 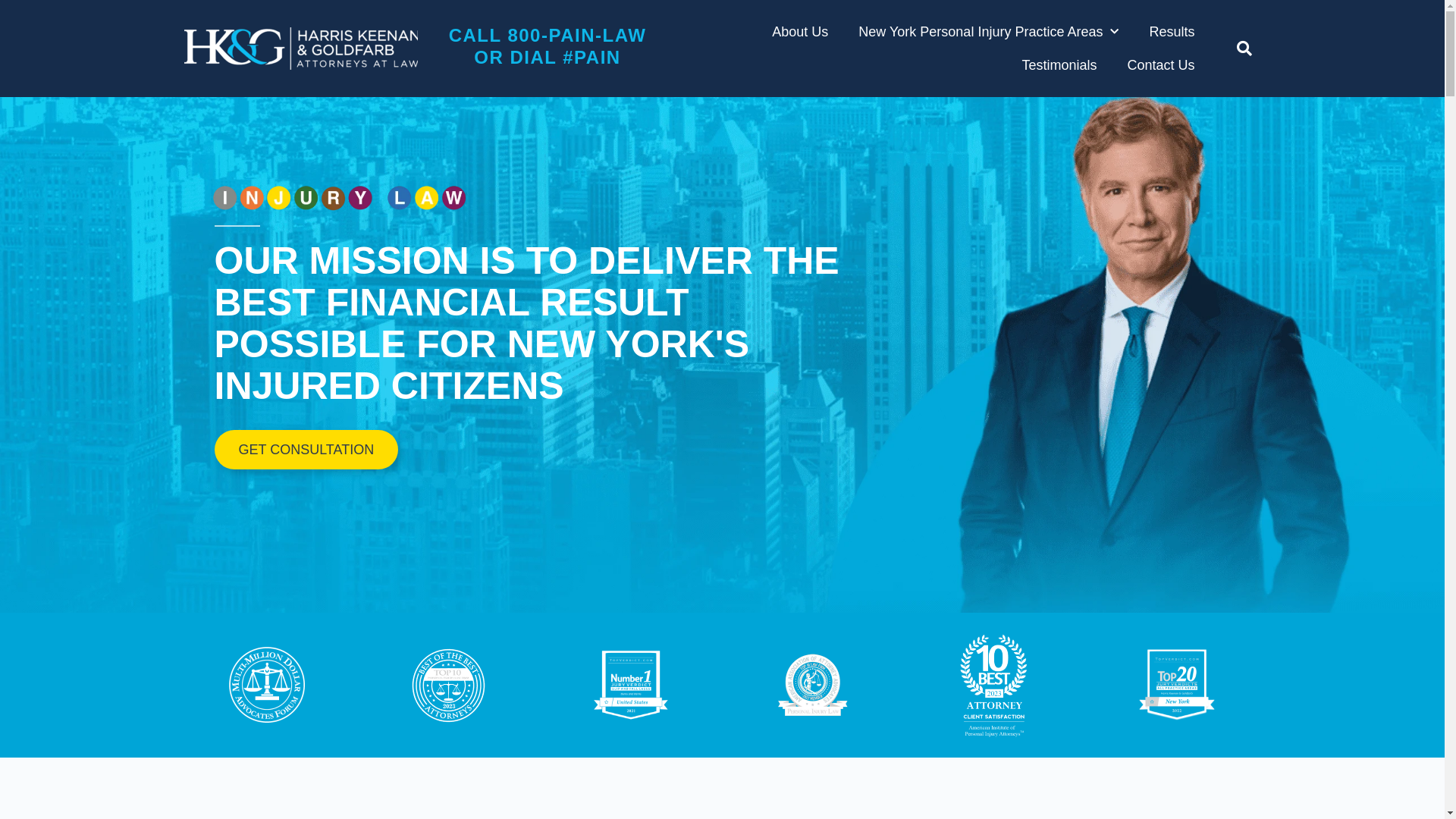 What do you see at coordinates (1171, 32) in the screenshot?
I see `'Results'` at bounding box center [1171, 32].